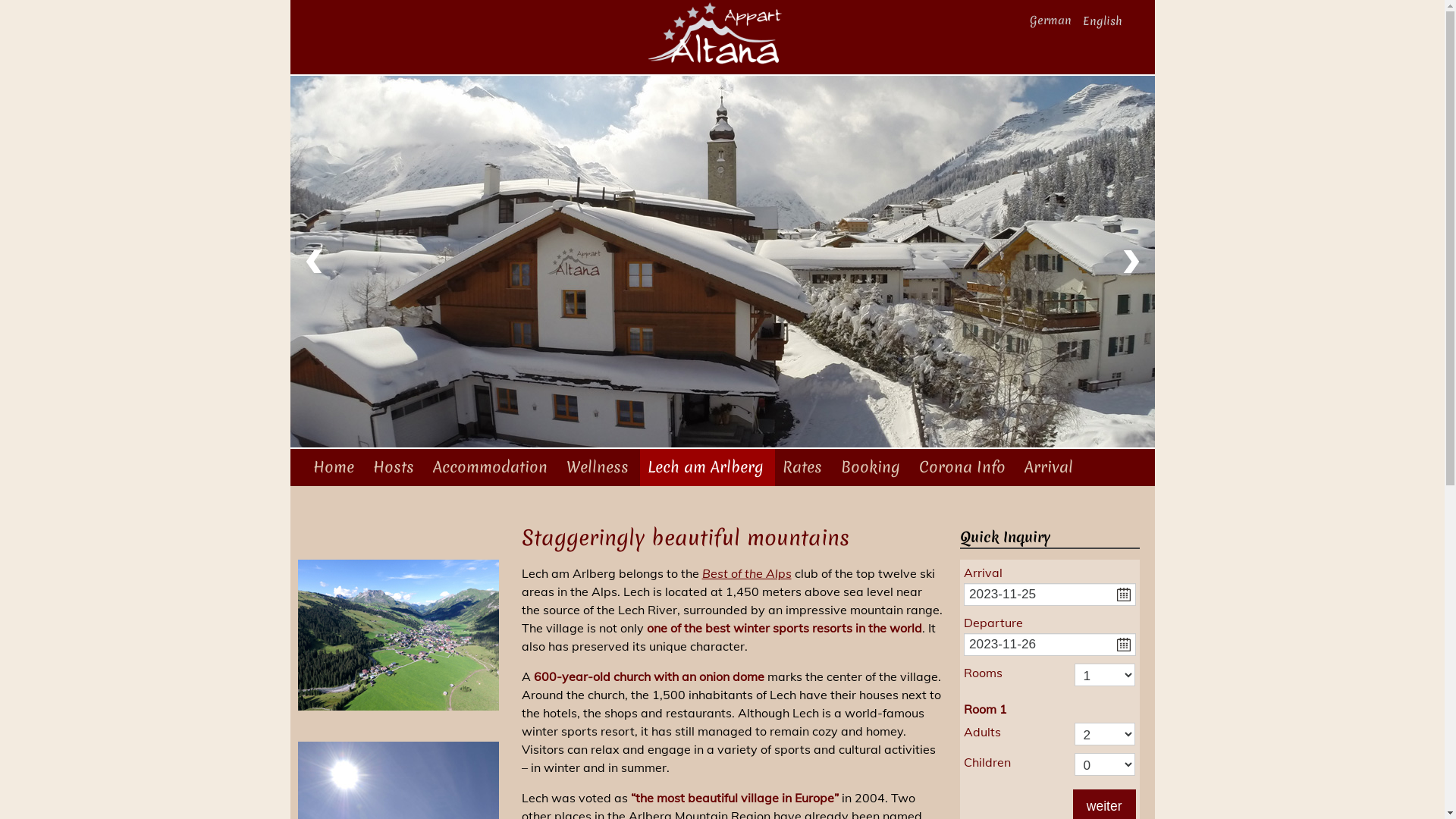 The image size is (1456, 819). I want to click on 'Rates', so click(803, 466).